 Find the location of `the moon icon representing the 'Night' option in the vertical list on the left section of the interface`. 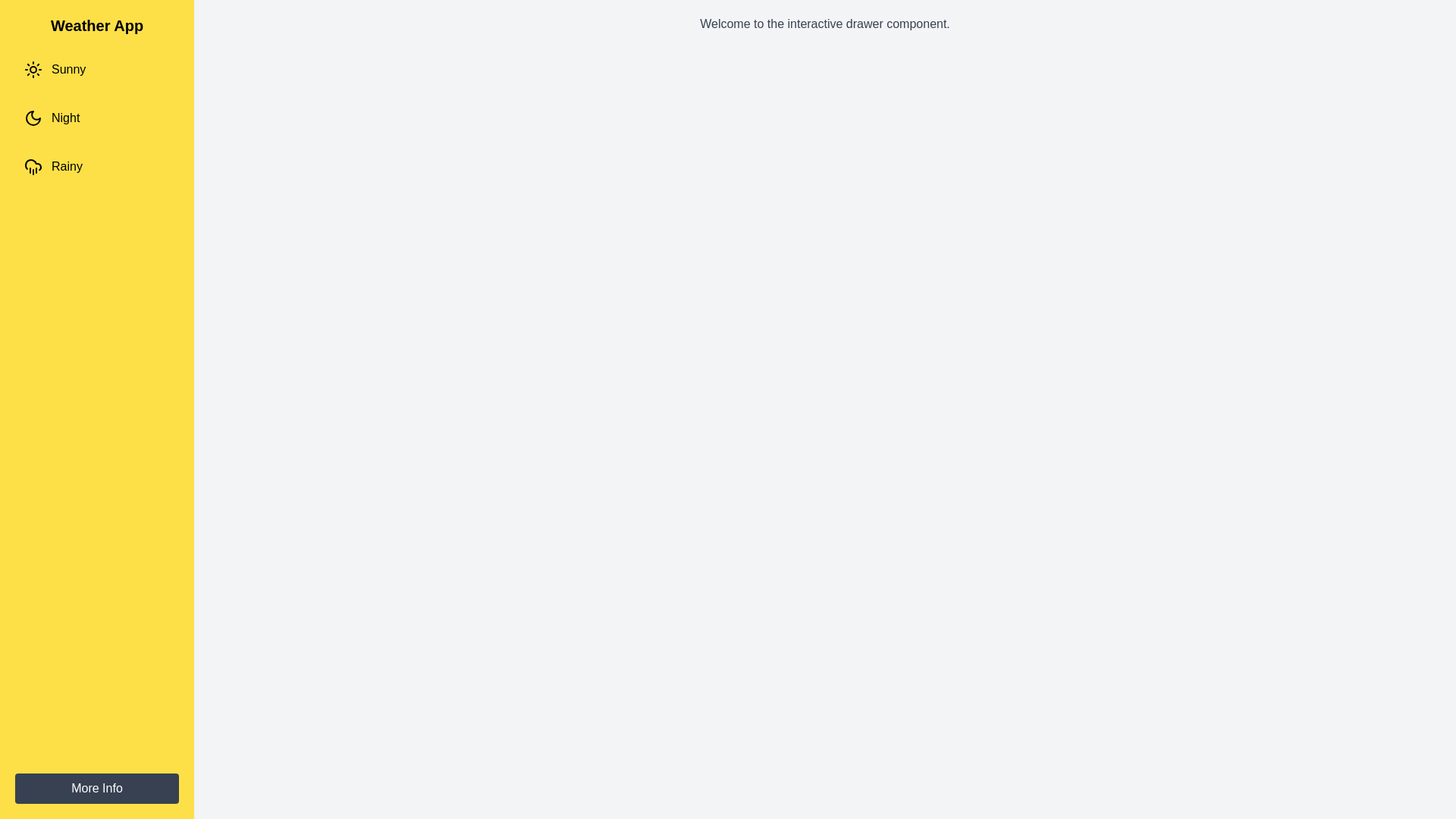

the moon icon representing the 'Night' option in the vertical list on the left section of the interface is located at coordinates (33, 117).